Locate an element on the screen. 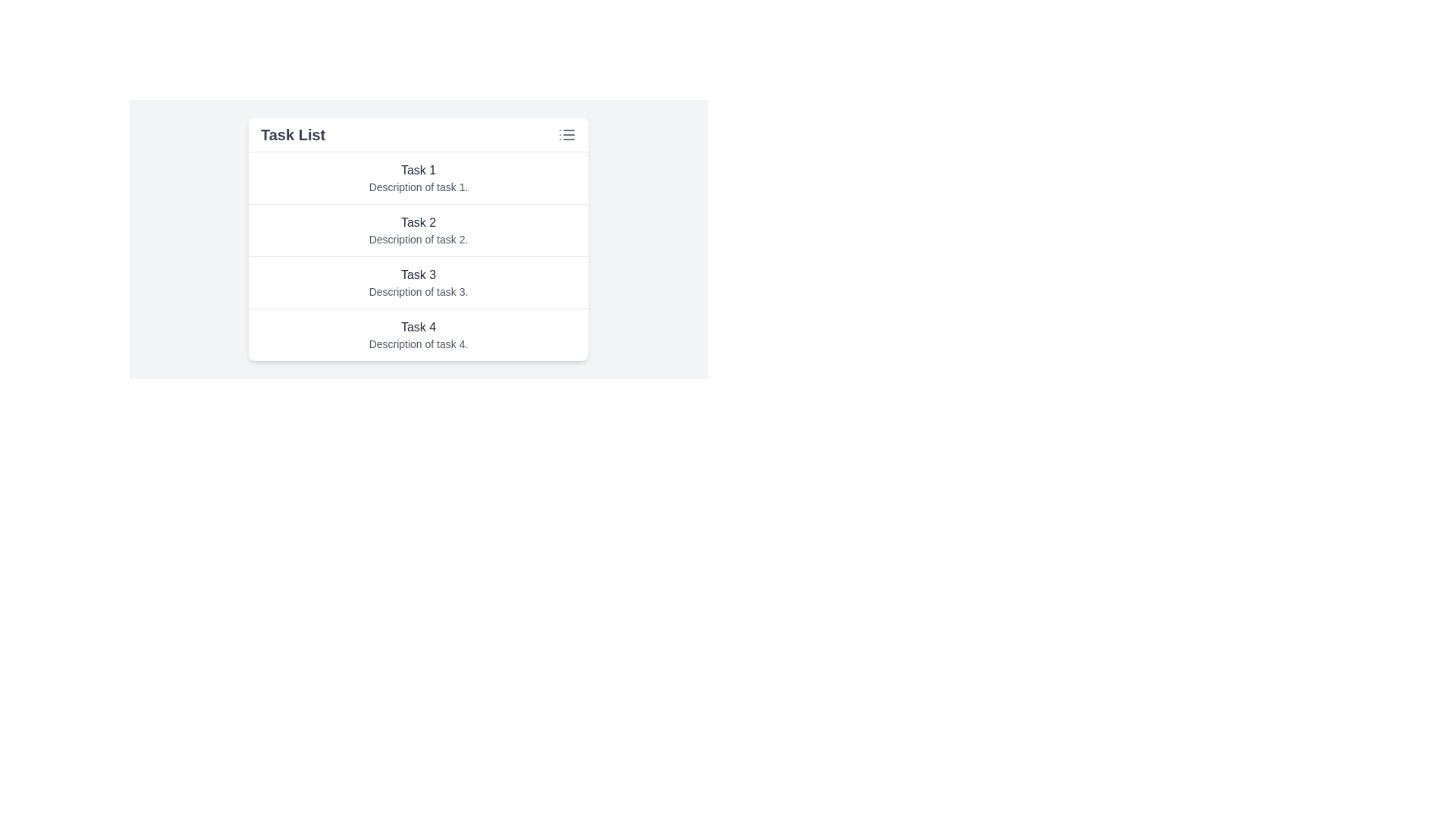  the list item displaying information about 'Task 3', which is the third item in the vertical list below the header 'Task List' is located at coordinates (419, 283).